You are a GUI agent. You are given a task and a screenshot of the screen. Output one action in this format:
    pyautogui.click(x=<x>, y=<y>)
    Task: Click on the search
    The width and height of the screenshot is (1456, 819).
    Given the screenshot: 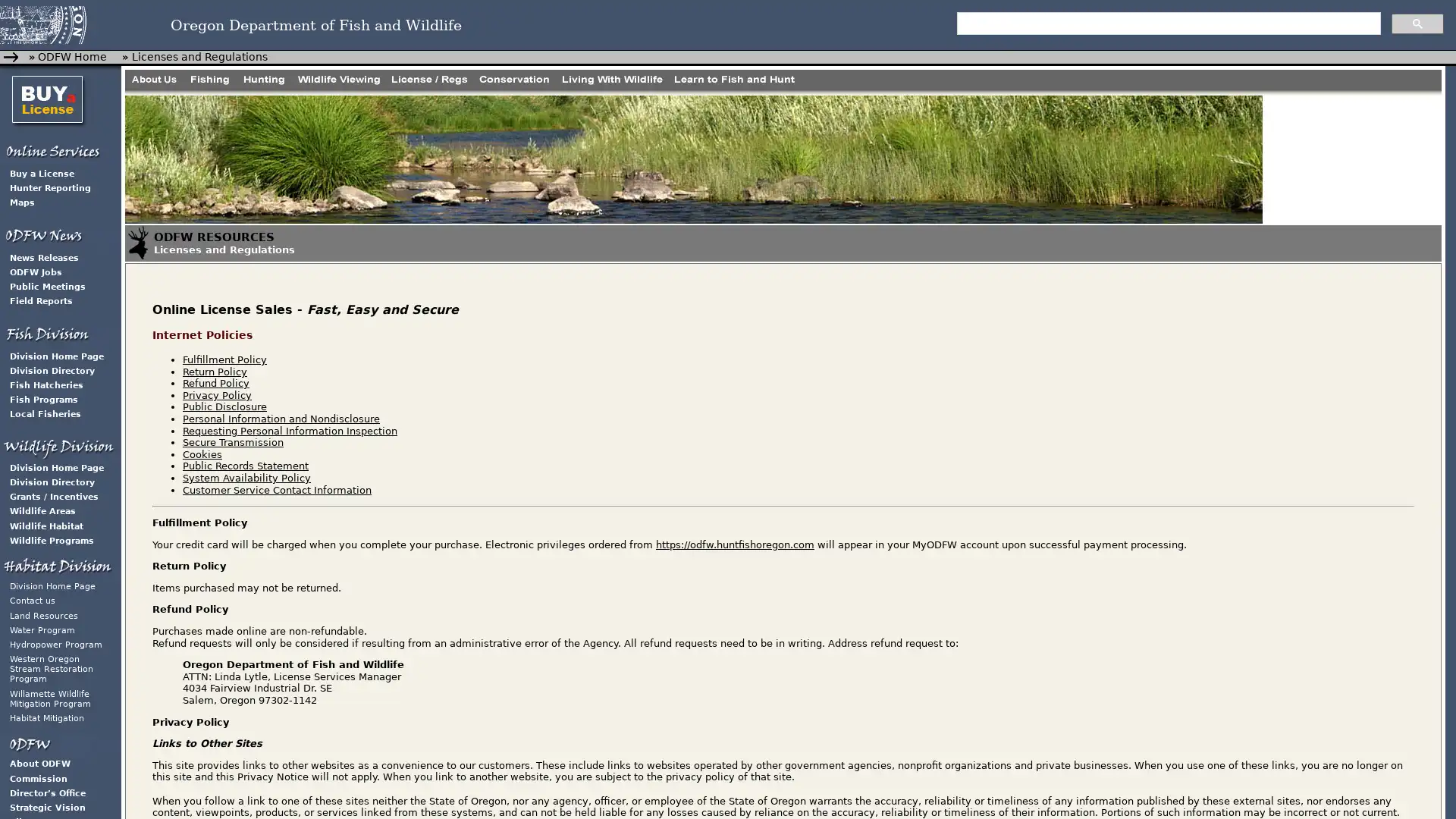 What is the action you would take?
    pyautogui.click(x=1417, y=23)
    